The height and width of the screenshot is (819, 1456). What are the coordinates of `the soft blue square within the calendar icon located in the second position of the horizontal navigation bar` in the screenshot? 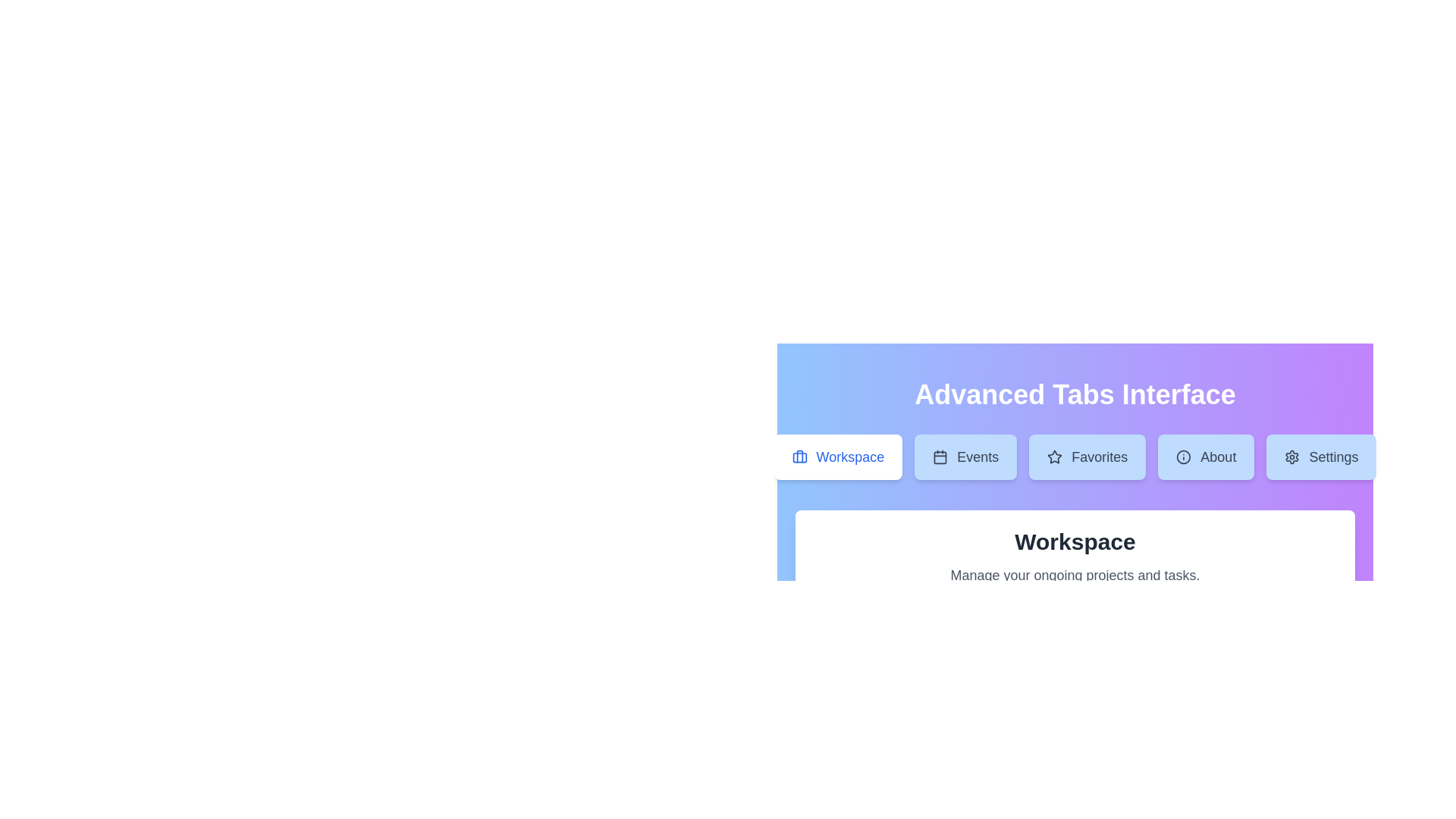 It's located at (940, 457).